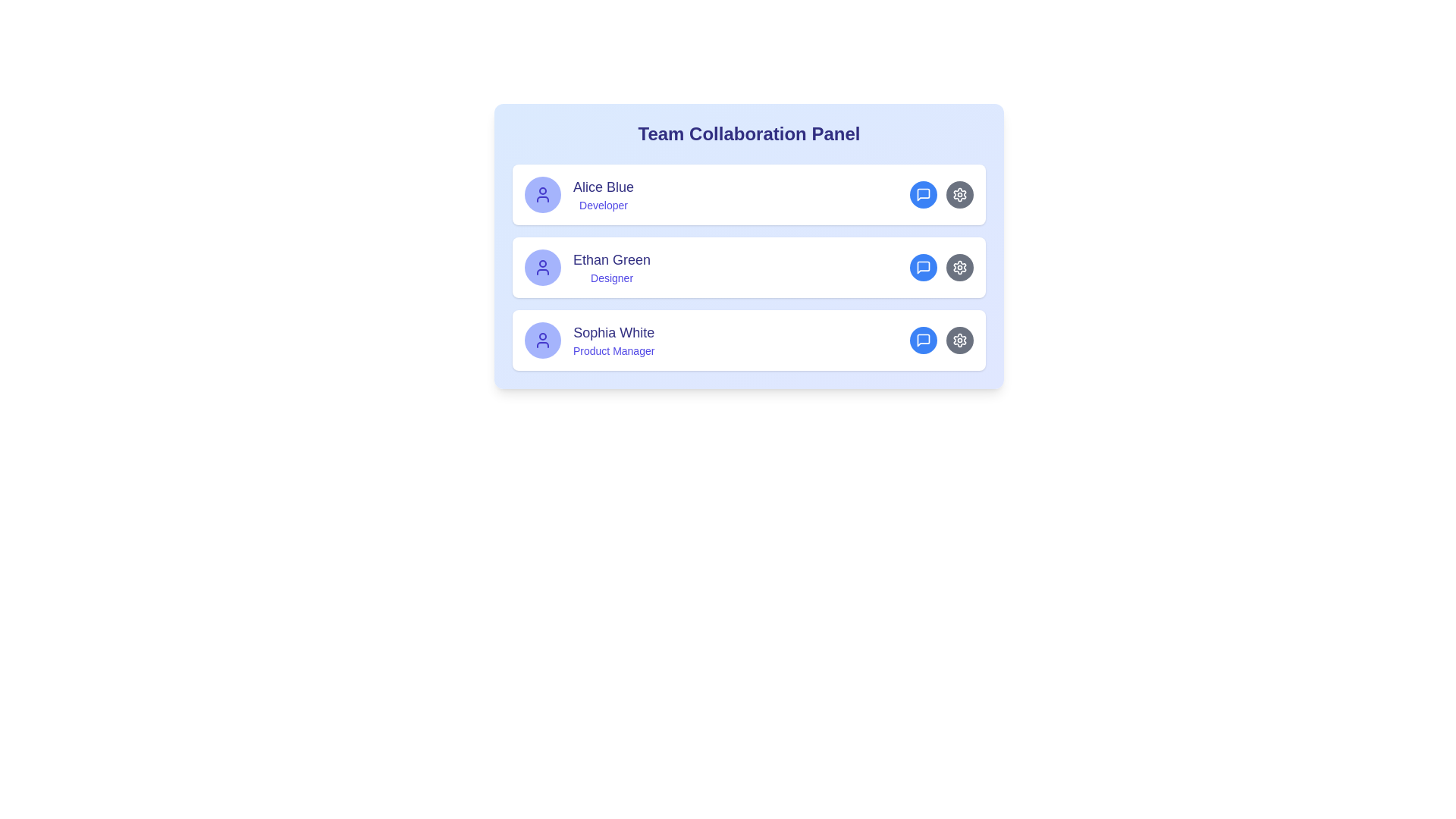 Image resolution: width=1456 pixels, height=819 pixels. I want to click on the settings icon located in the third row of the list layout, which is positioned to the far right edge next to a blue chat bubble icon, so click(959, 339).